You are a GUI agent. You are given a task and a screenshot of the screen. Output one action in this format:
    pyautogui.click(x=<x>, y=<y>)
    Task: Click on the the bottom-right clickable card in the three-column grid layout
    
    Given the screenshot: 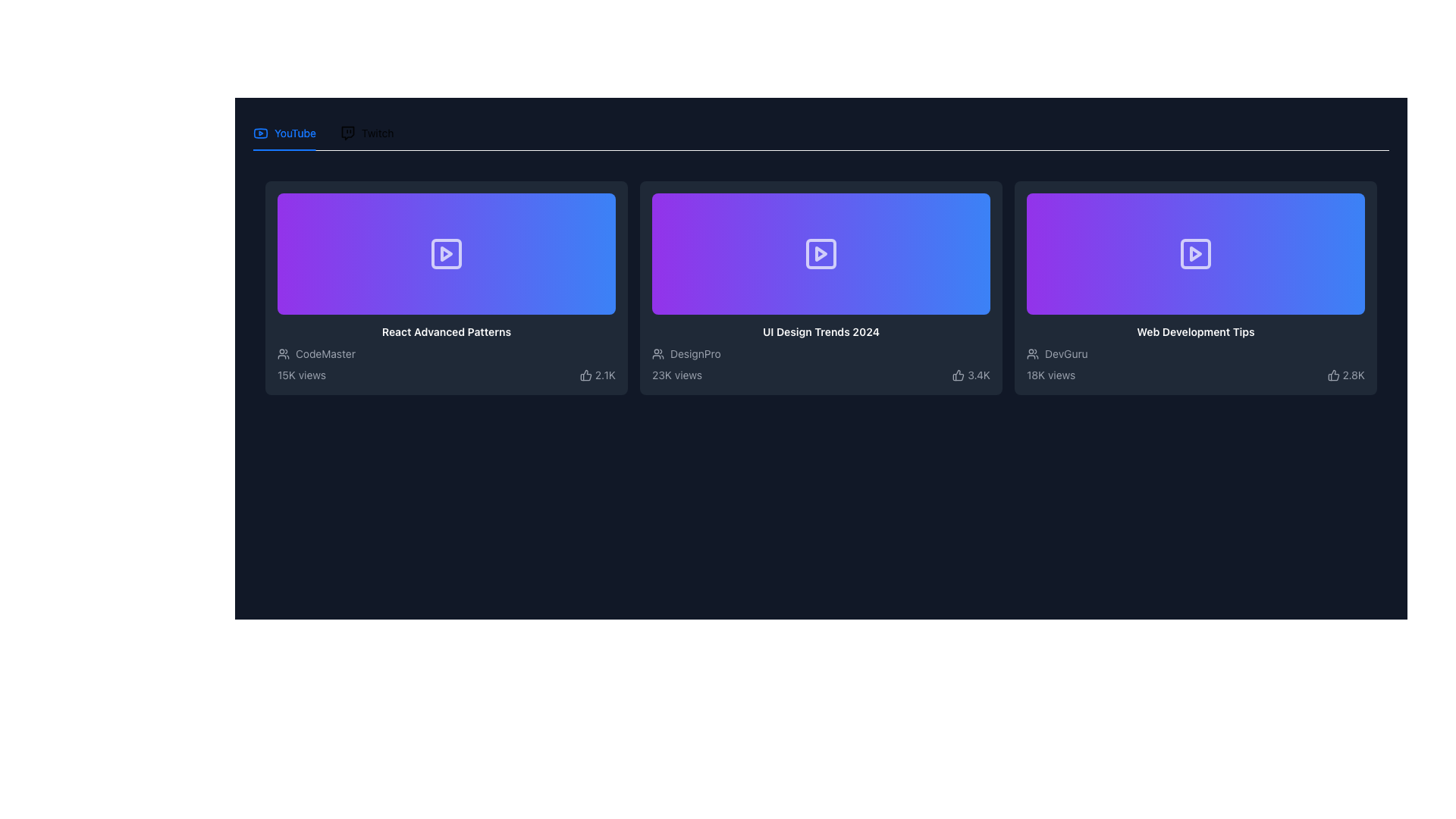 What is the action you would take?
    pyautogui.click(x=1195, y=288)
    